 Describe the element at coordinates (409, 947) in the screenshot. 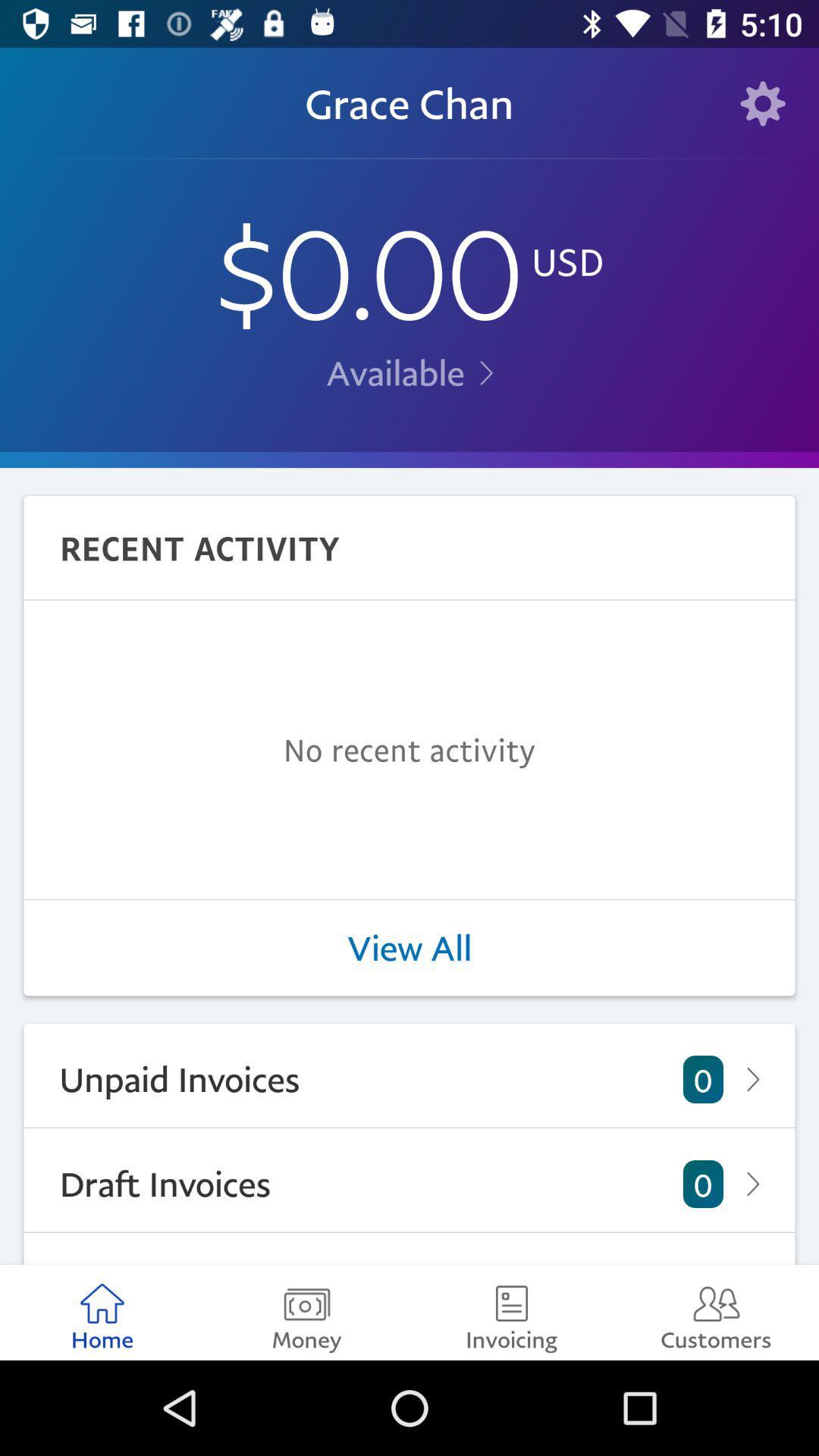

I see `the view all item` at that location.